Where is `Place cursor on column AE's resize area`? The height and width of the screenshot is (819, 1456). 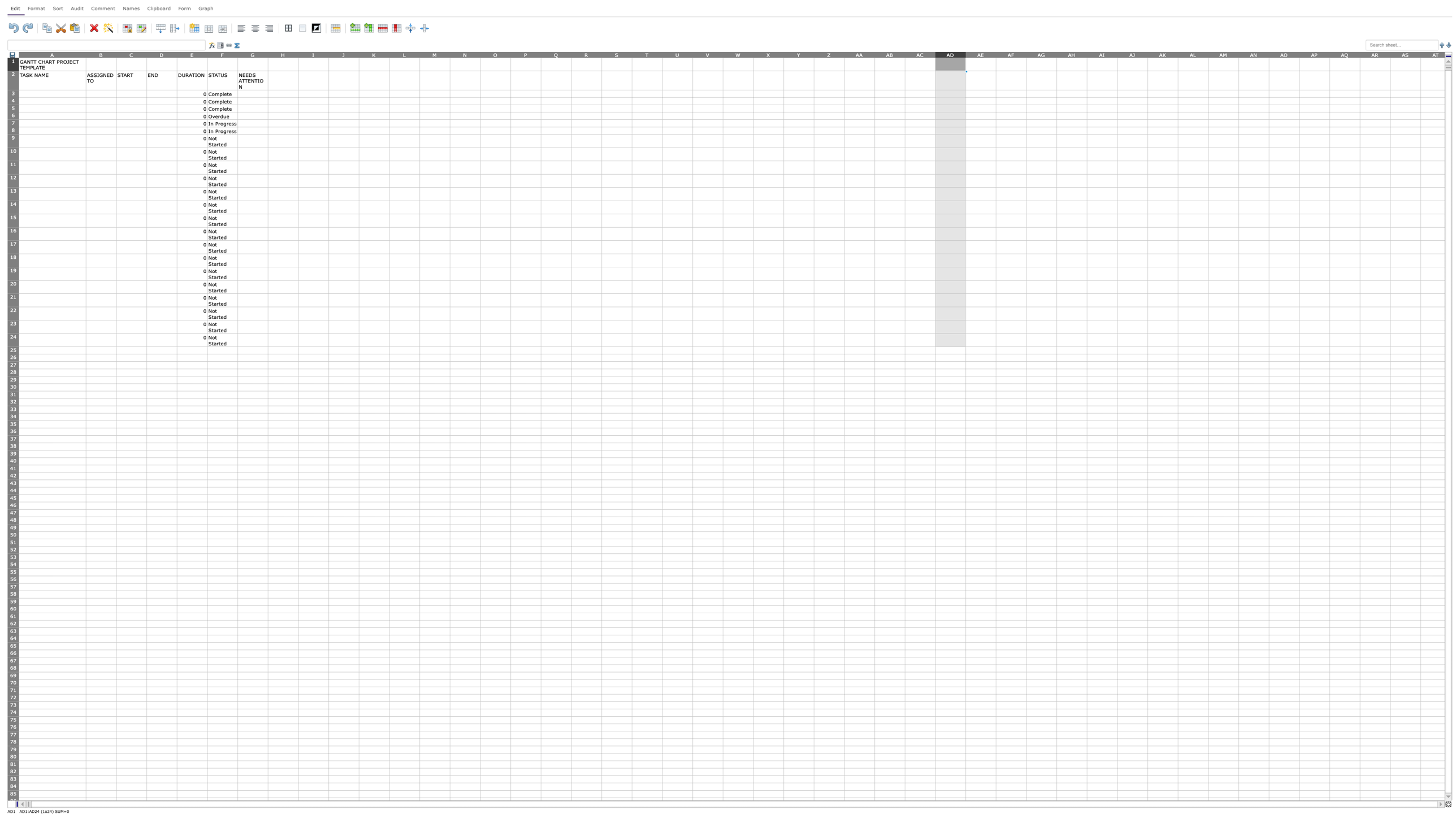
Place cursor on column AE's resize area is located at coordinates (996, 54).